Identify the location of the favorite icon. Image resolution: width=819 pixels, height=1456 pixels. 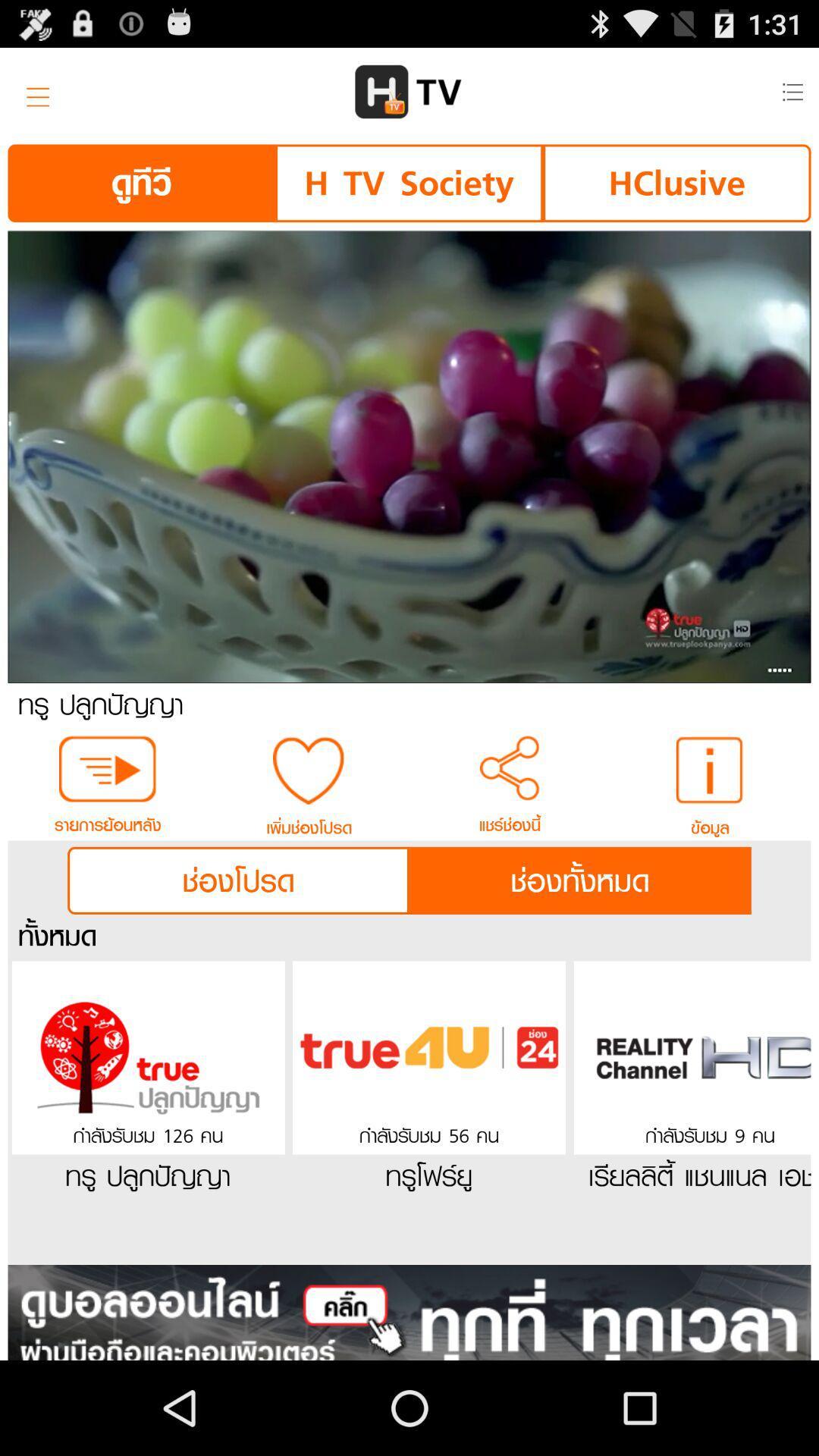
(308, 824).